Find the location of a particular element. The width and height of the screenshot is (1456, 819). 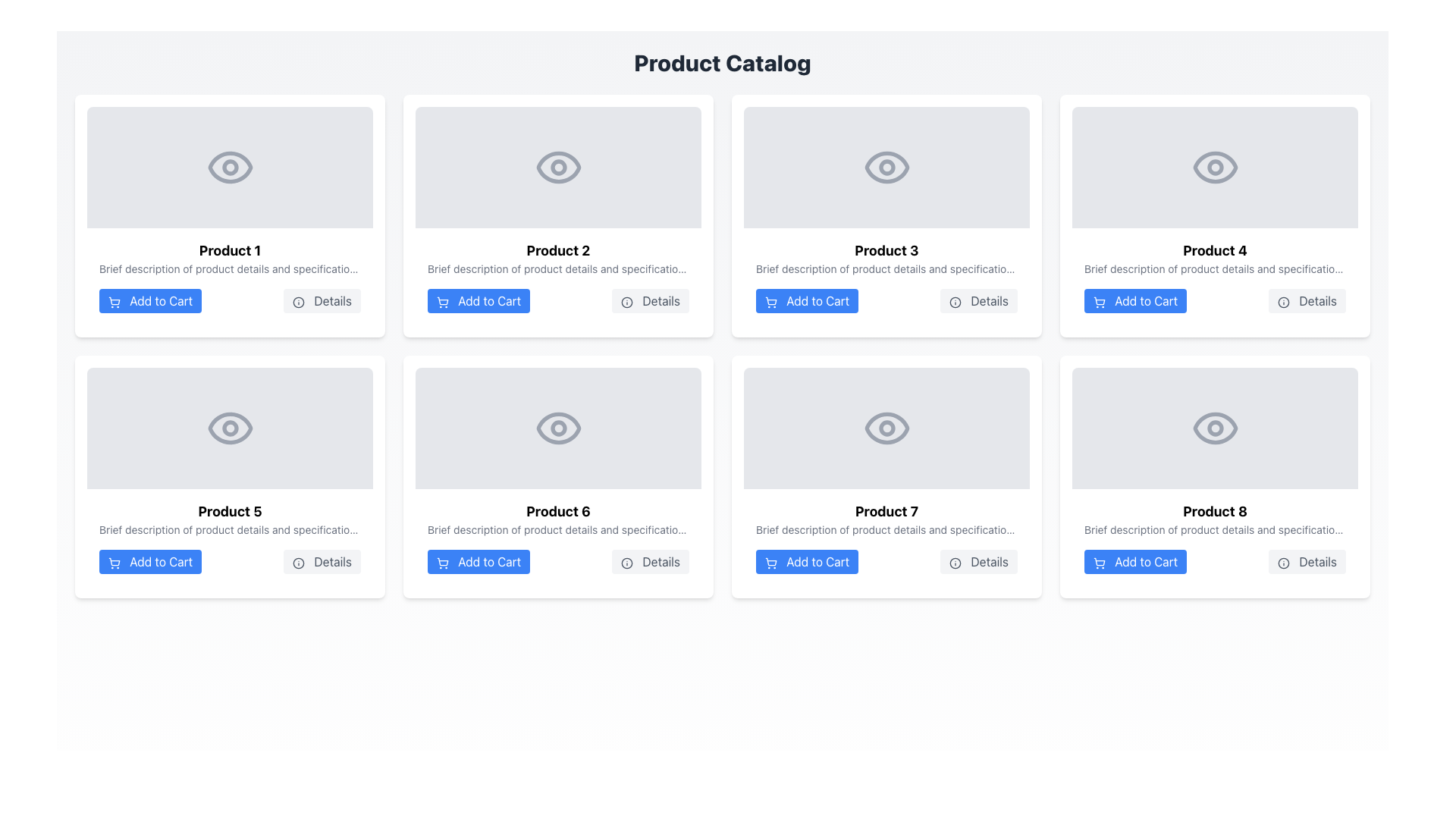

the observation icon located in the header section of the card labeled 'Product 3', which is centered within the gray background rectangle is located at coordinates (886, 167).